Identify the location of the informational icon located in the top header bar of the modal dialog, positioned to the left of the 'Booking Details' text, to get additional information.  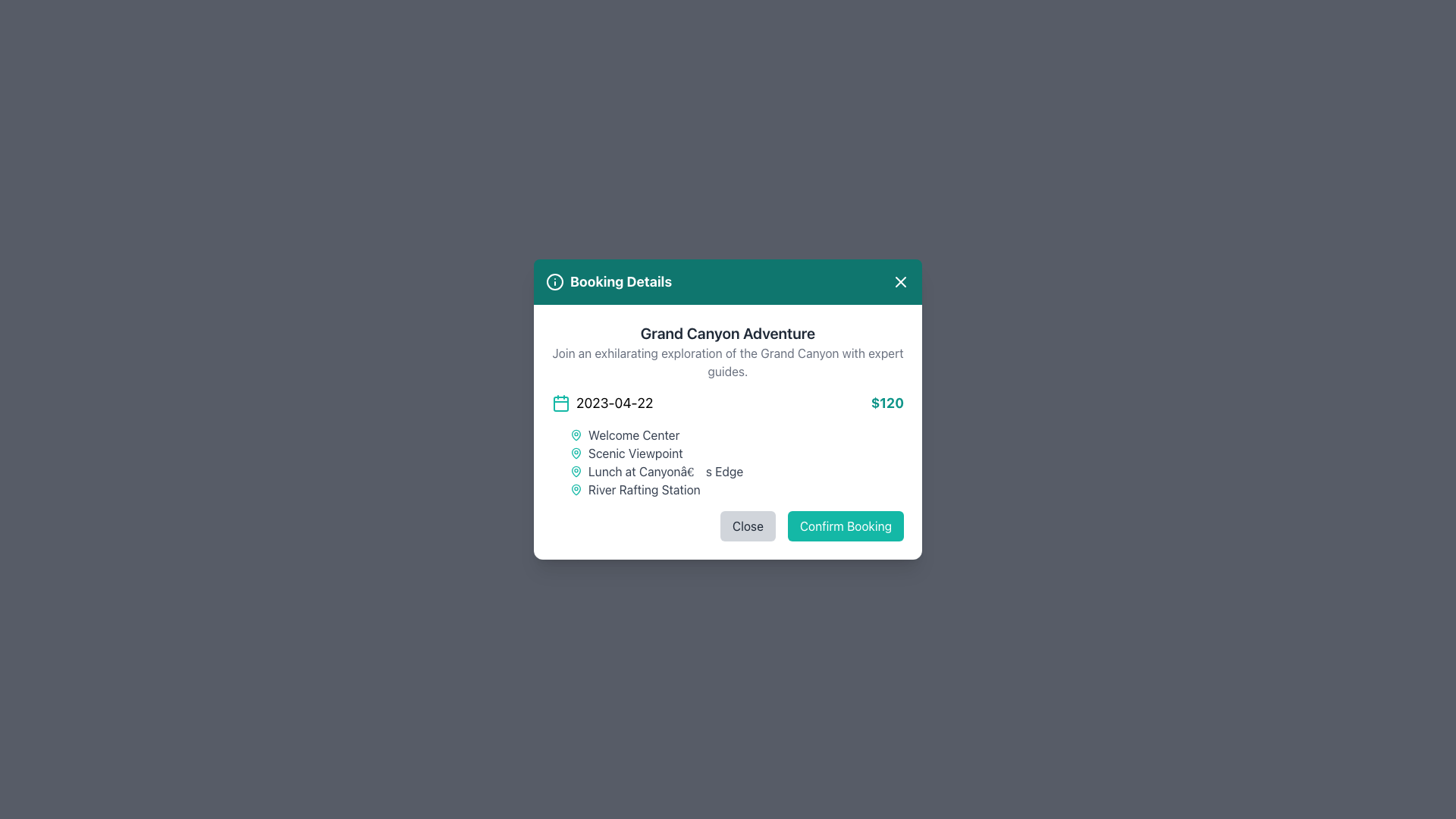
(554, 281).